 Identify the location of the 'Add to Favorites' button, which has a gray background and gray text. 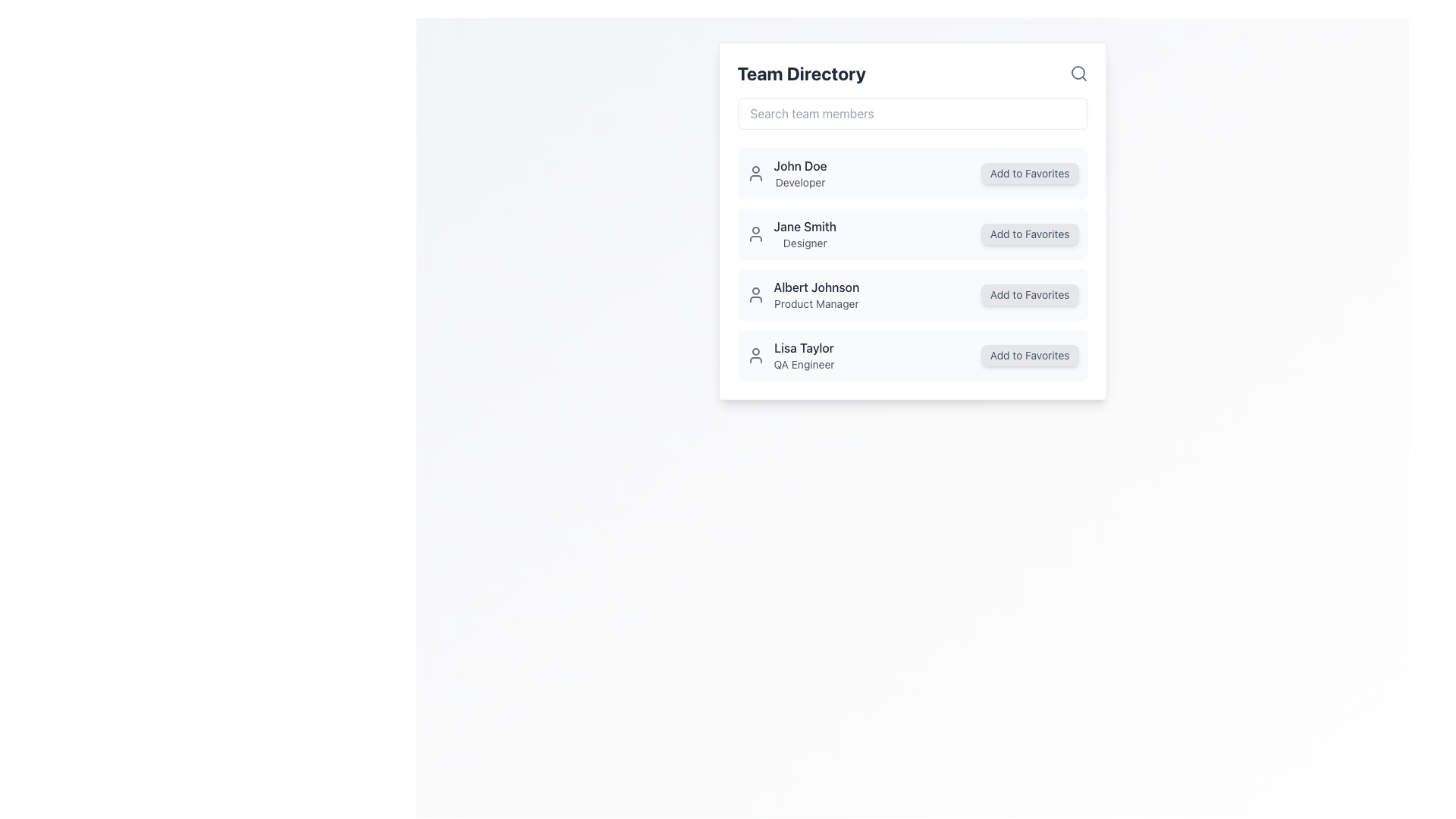
(1030, 172).